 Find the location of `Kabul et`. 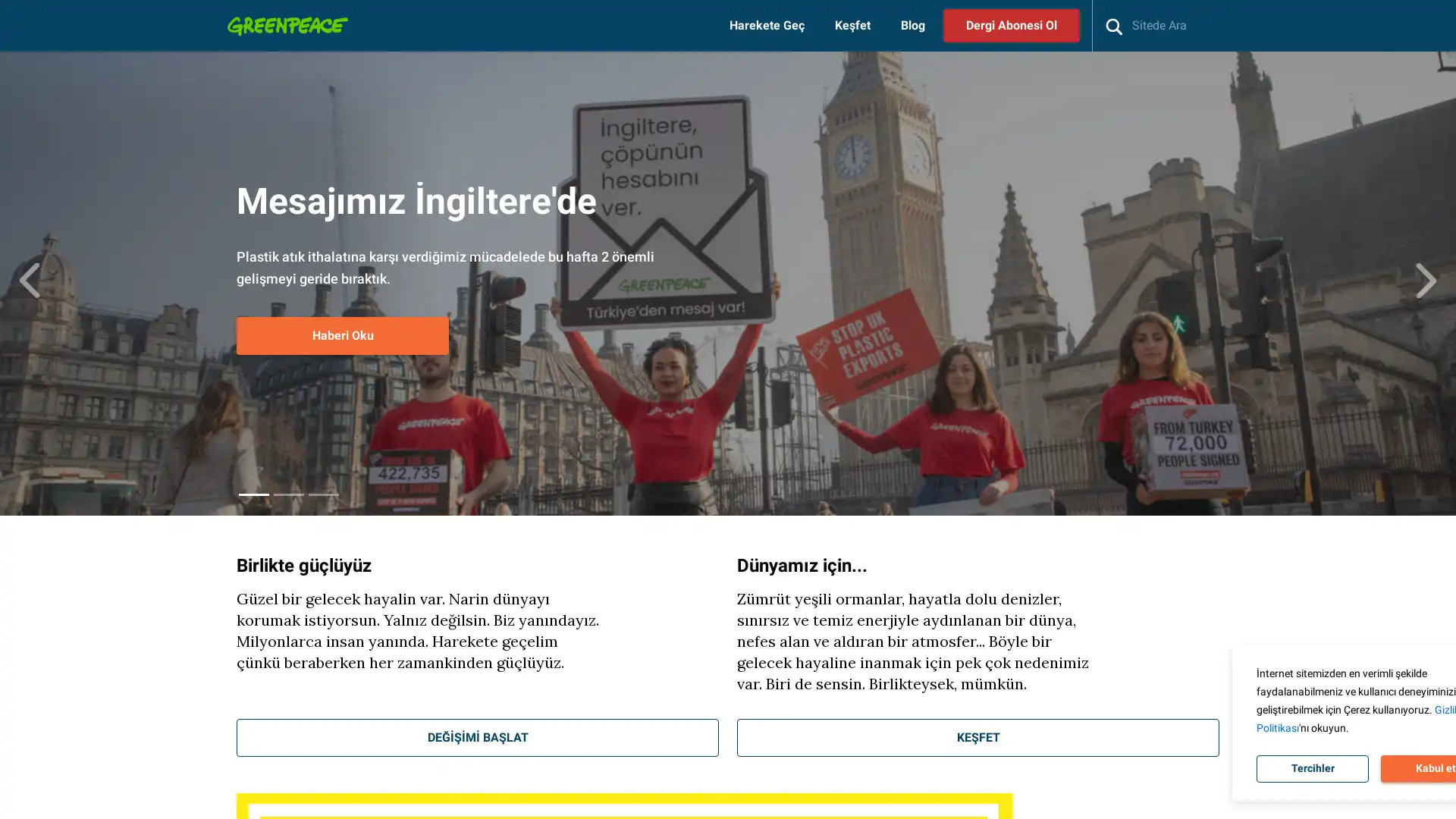

Kabul et is located at coordinates (1358, 769).